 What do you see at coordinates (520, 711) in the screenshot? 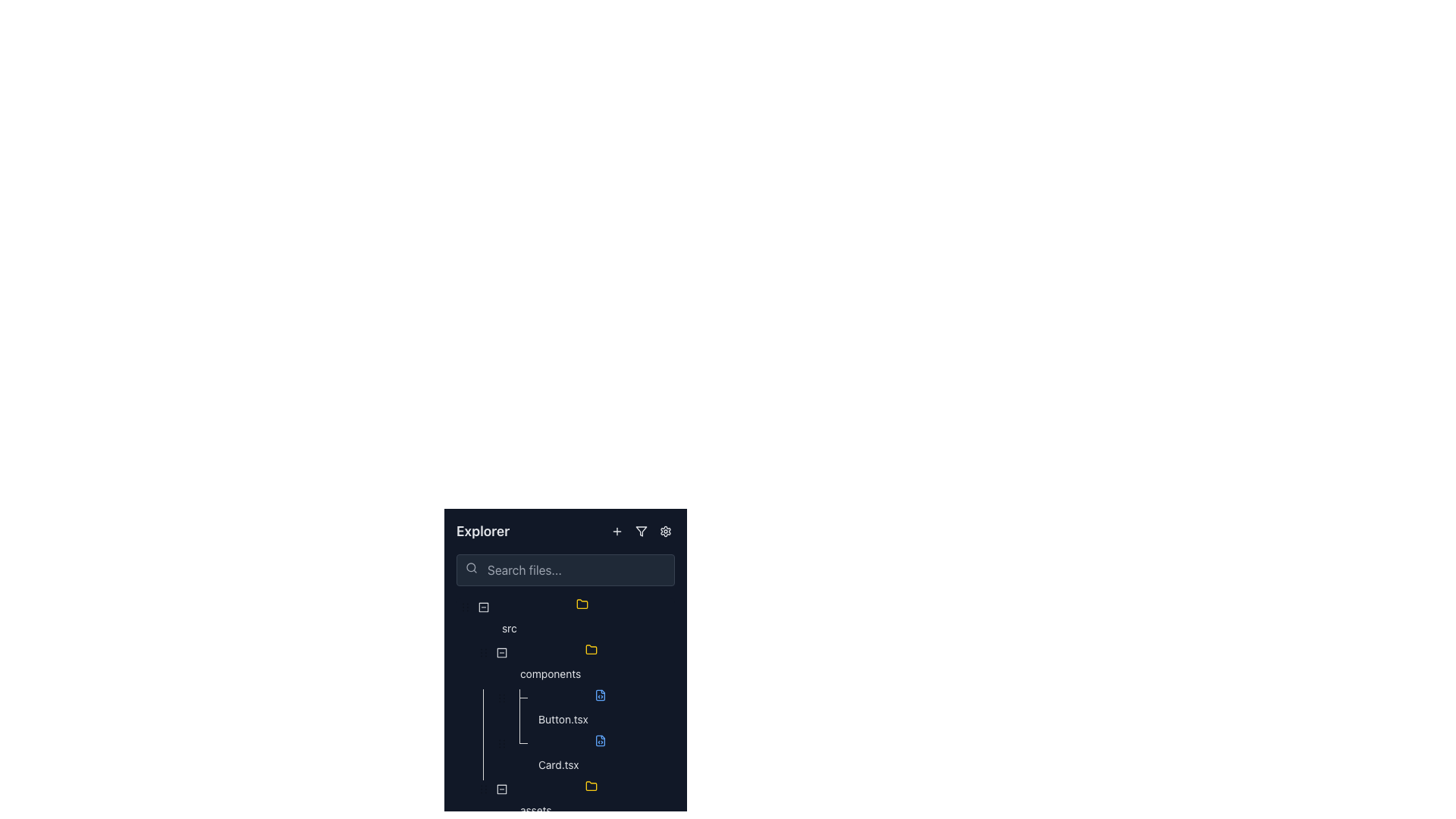
I see `the non-interactive visual indicator (tree branch) located next to 'Button.tsx' in the tree structure` at bounding box center [520, 711].